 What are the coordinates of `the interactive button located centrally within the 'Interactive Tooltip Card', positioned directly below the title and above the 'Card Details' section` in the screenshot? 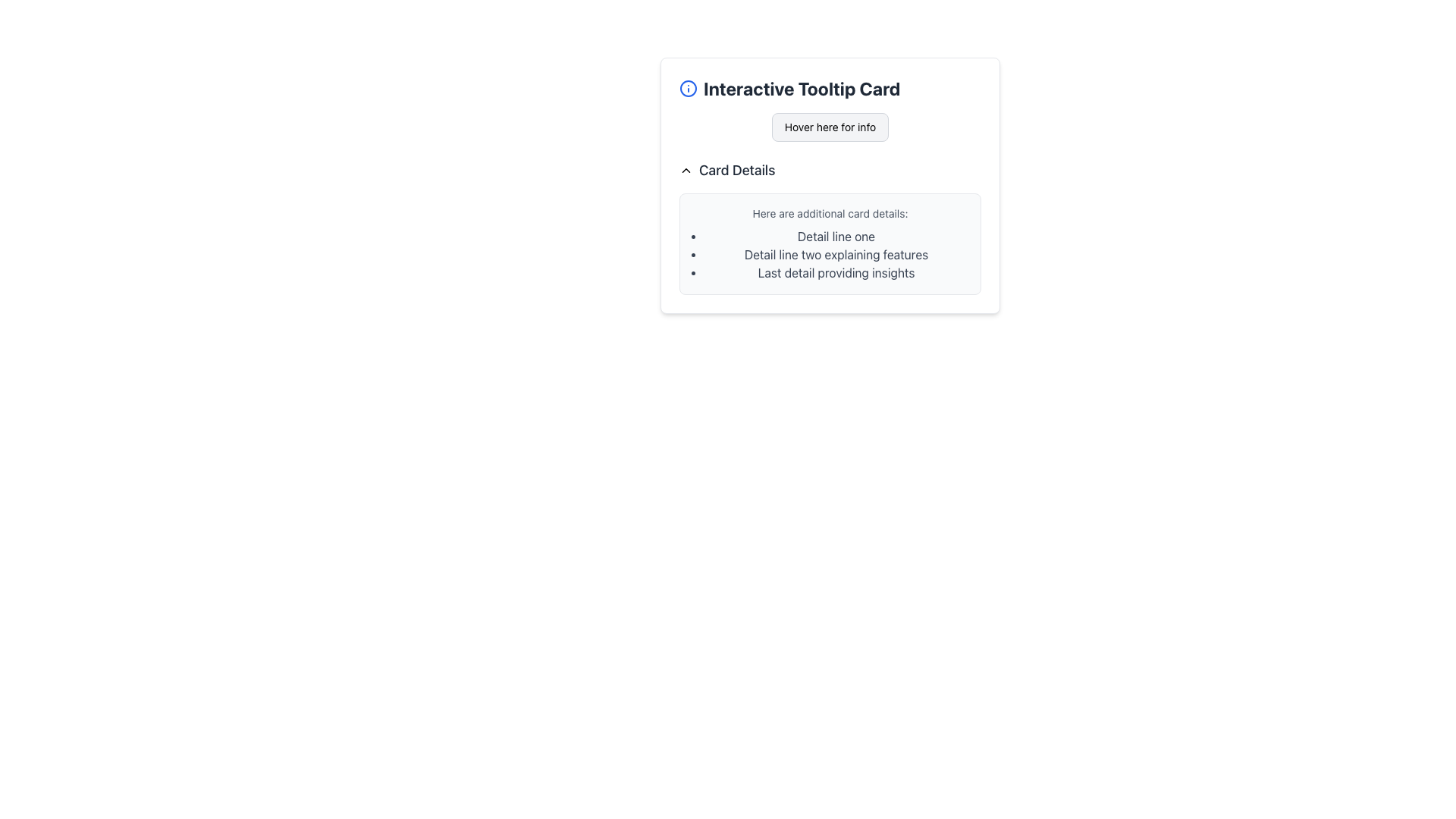 It's located at (829, 127).